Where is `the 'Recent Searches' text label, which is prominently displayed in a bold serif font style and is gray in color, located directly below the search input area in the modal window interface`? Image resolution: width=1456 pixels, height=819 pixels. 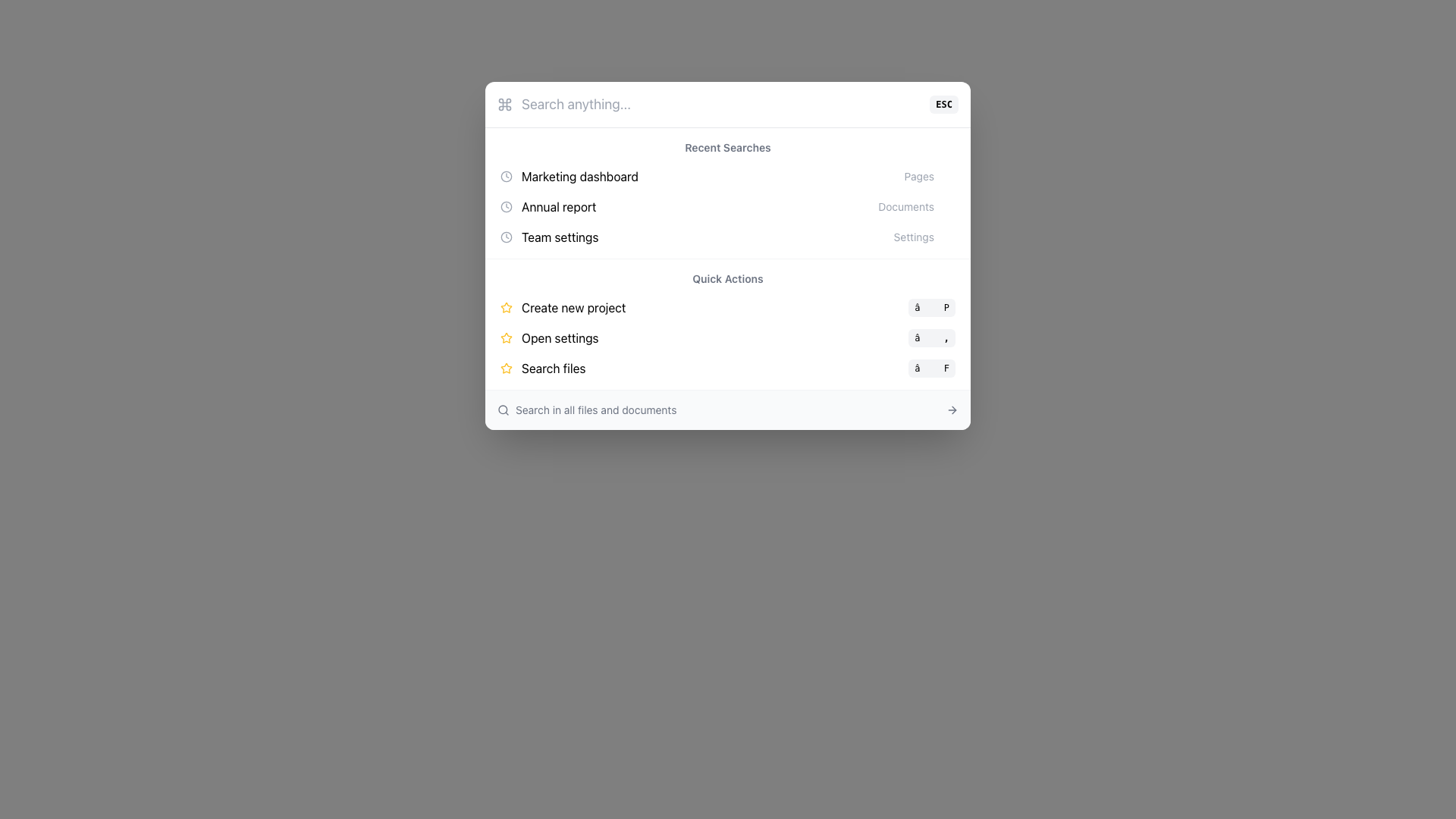 the 'Recent Searches' text label, which is prominently displayed in a bold serif font style and is gray in color, located directly below the search input area in the modal window interface is located at coordinates (728, 148).